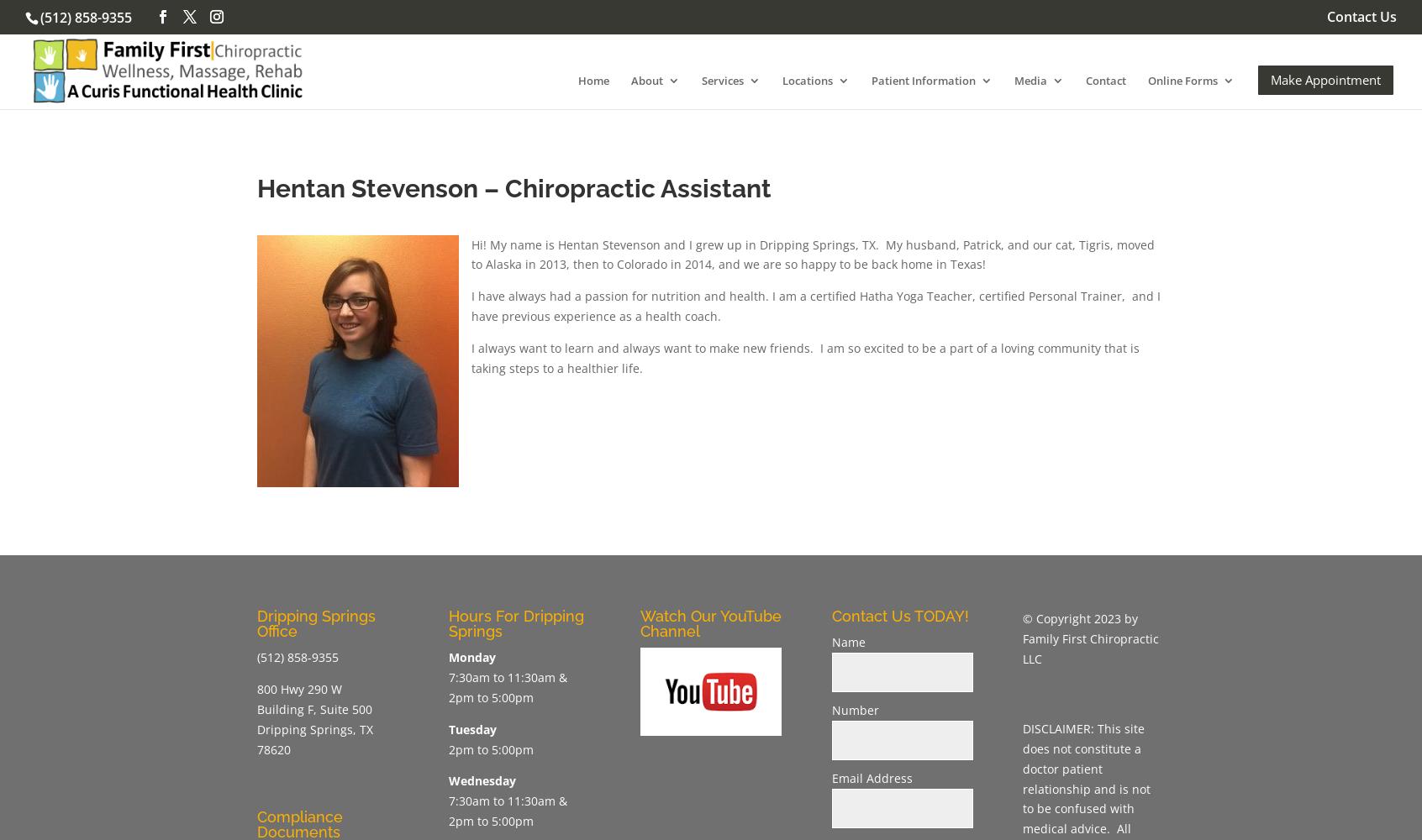 This screenshot has width=1422, height=840. What do you see at coordinates (938, 259) in the screenshot?
I see `'Testimonials'` at bounding box center [938, 259].